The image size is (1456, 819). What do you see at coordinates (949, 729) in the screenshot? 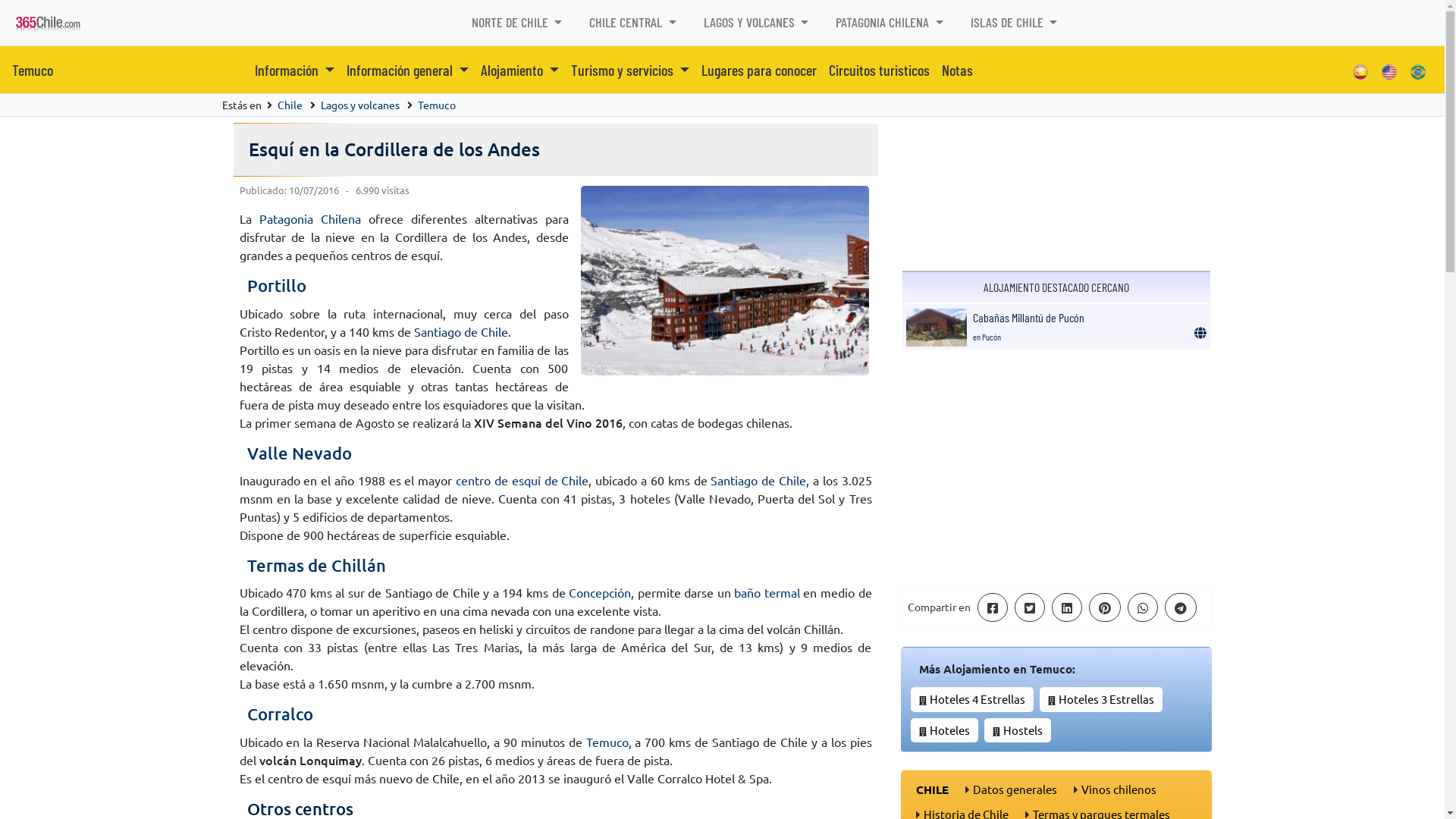
I see `'Hoteles'` at bounding box center [949, 729].